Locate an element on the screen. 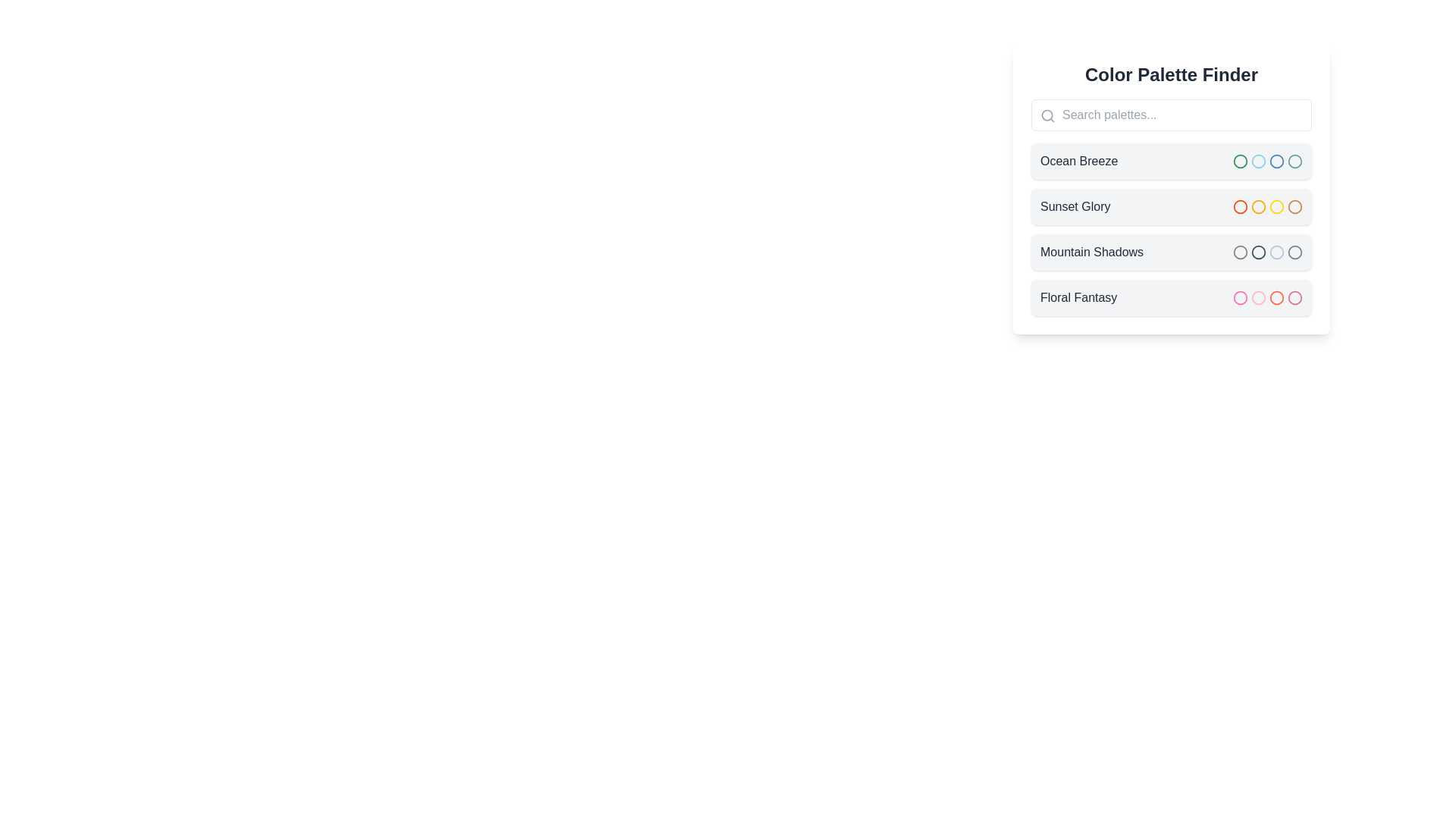  the selection box labeled 'Sunset Glory' is located at coordinates (1171, 207).